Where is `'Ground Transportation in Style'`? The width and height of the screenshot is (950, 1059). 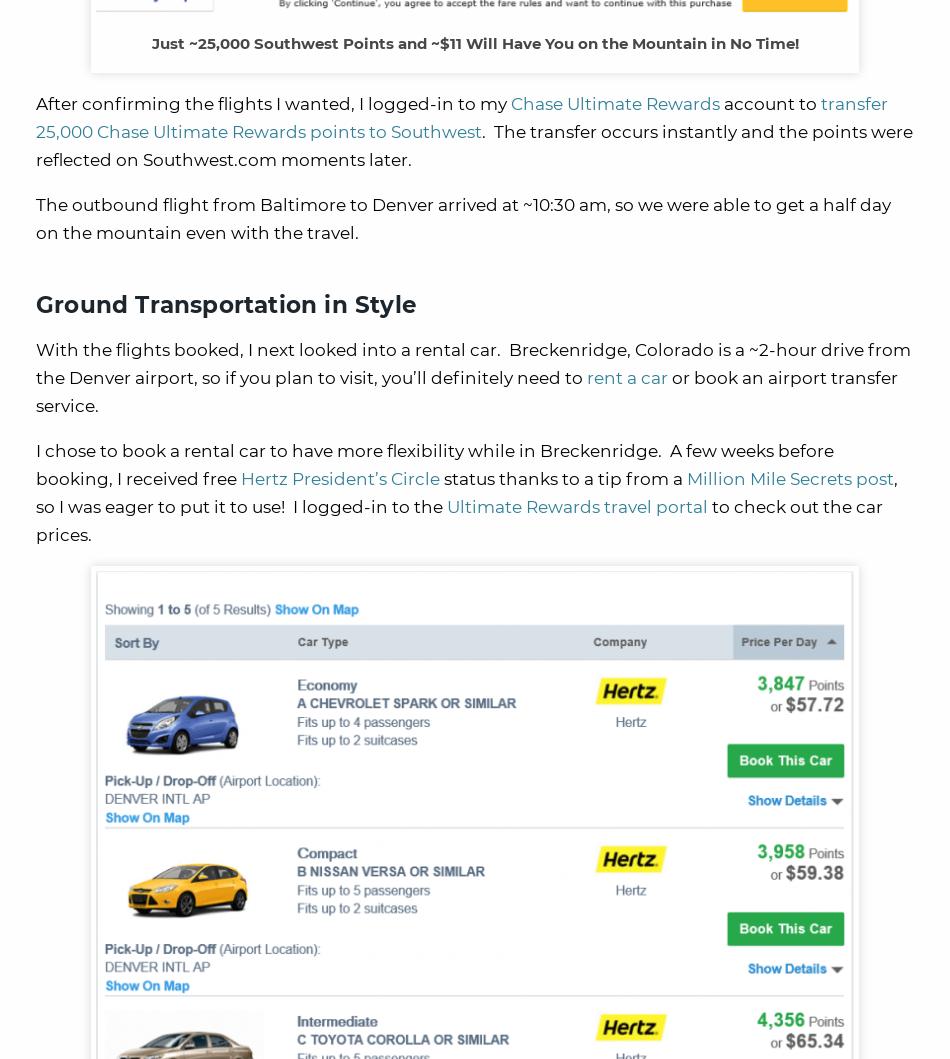 'Ground Transportation in Style' is located at coordinates (226, 304).